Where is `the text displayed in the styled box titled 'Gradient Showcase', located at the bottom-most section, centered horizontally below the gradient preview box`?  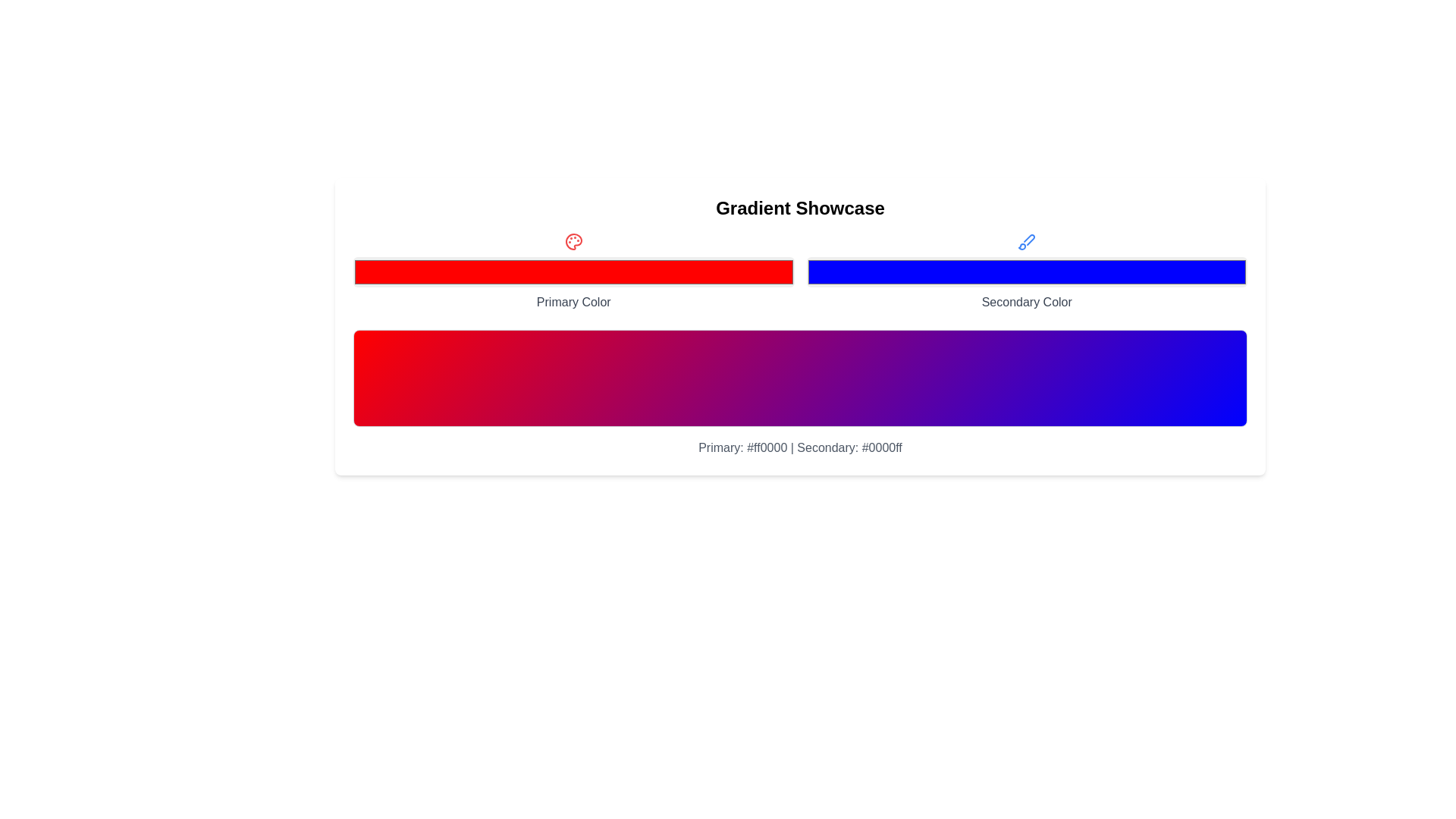
the text displayed in the styled box titled 'Gradient Showcase', located at the bottom-most section, centered horizontally below the gradient preview box is located at coordinates (799, 447).